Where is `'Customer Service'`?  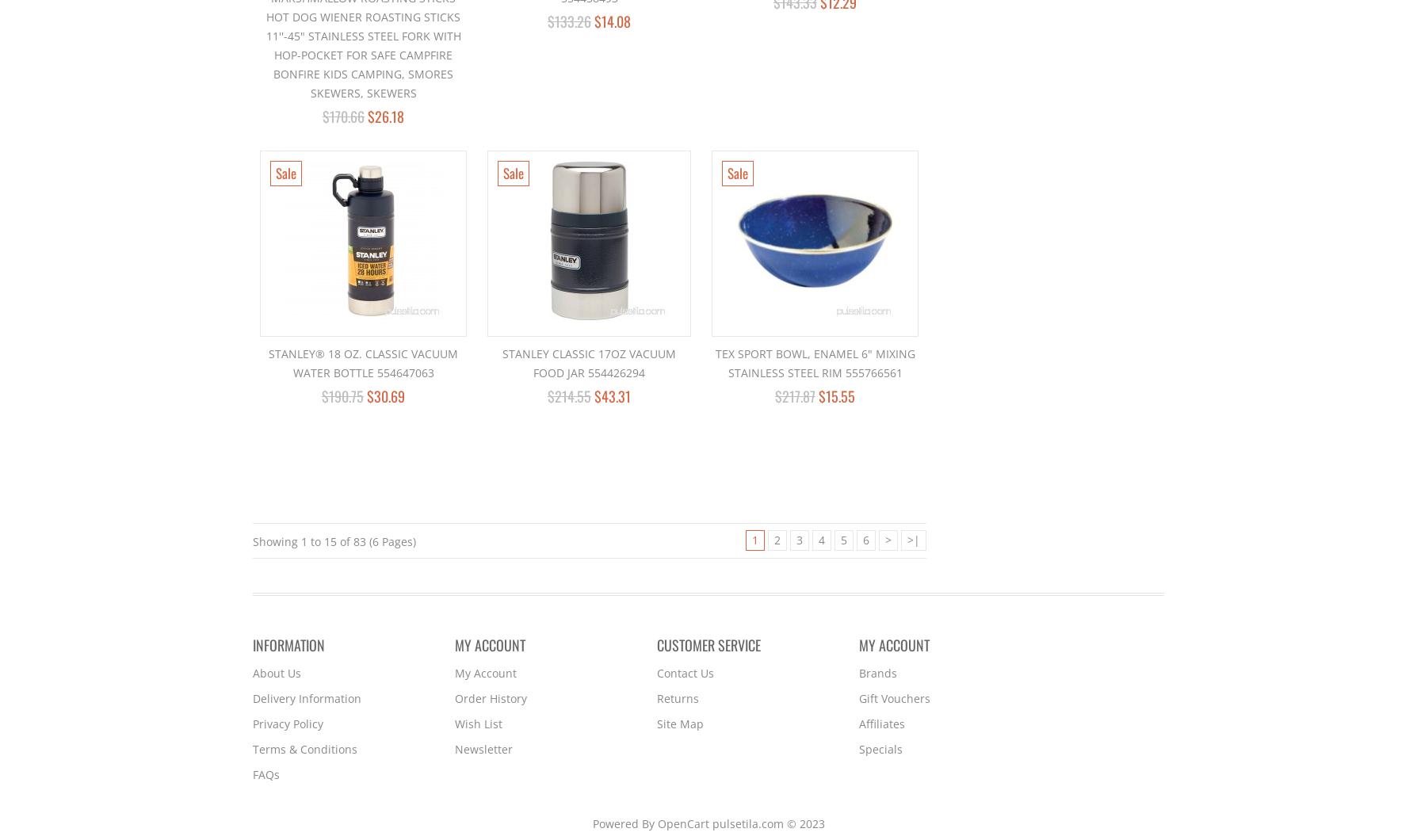
'Customer Service' is located at coordinates (708, 644).